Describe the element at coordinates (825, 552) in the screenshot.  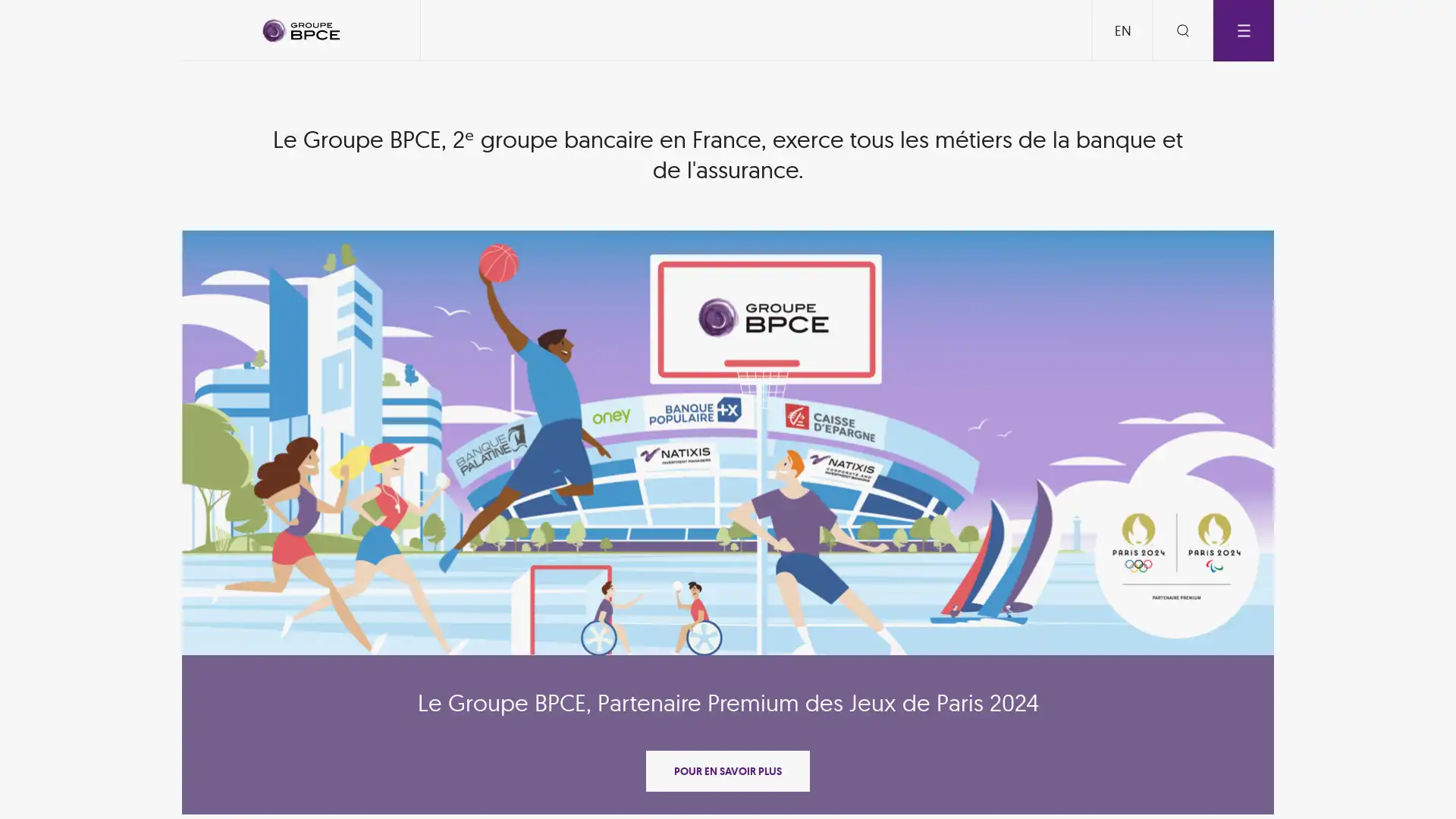
I see `Accept all` at that location.